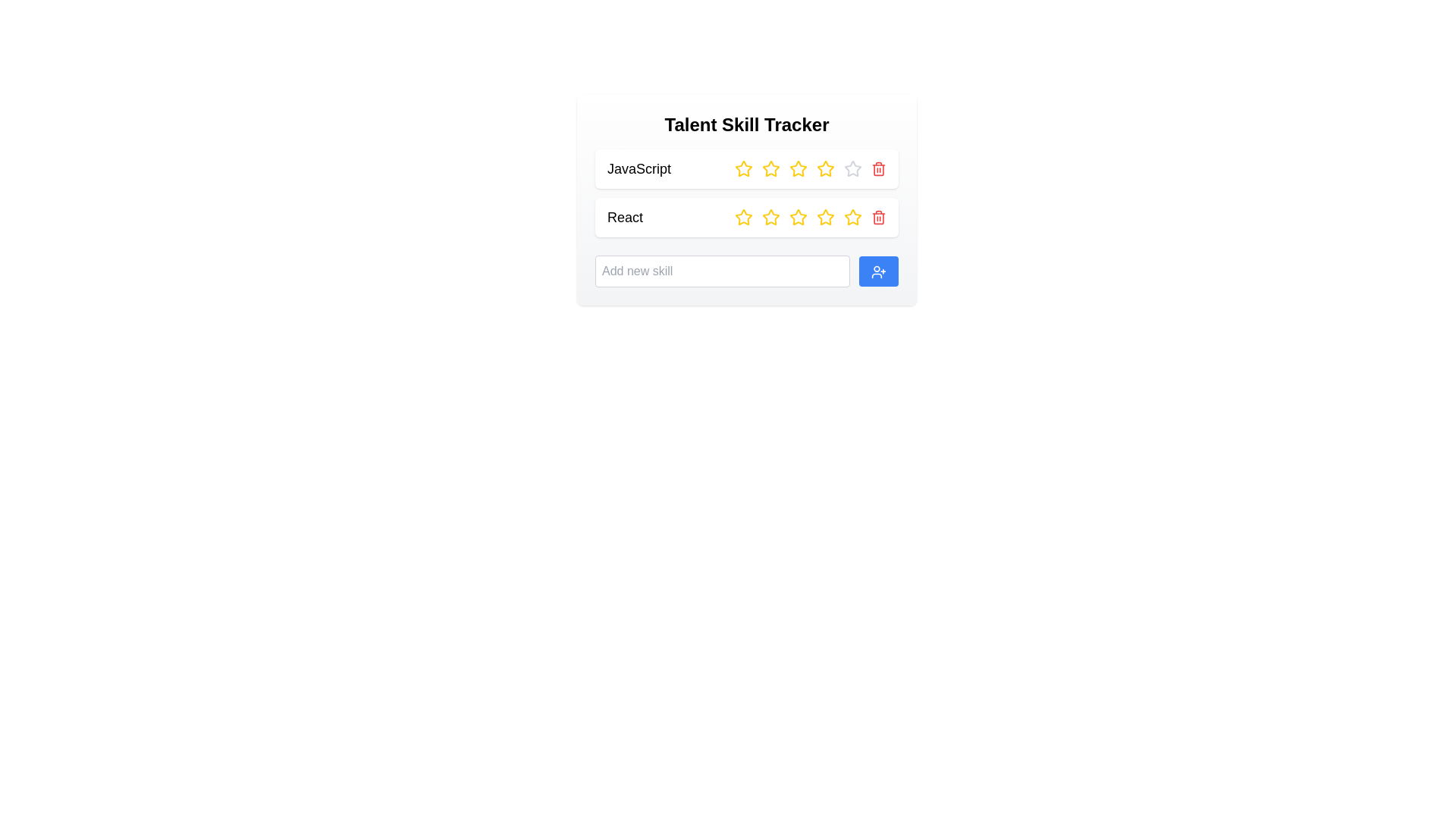 This screenshot has height=819, width=1456. Describe the element at coordinates (743, 168) in the screenshot. I see `the first star-shaped icon used for marking the rating of the skill 'JavaScript' in the talent skill tracker interface` at that location.